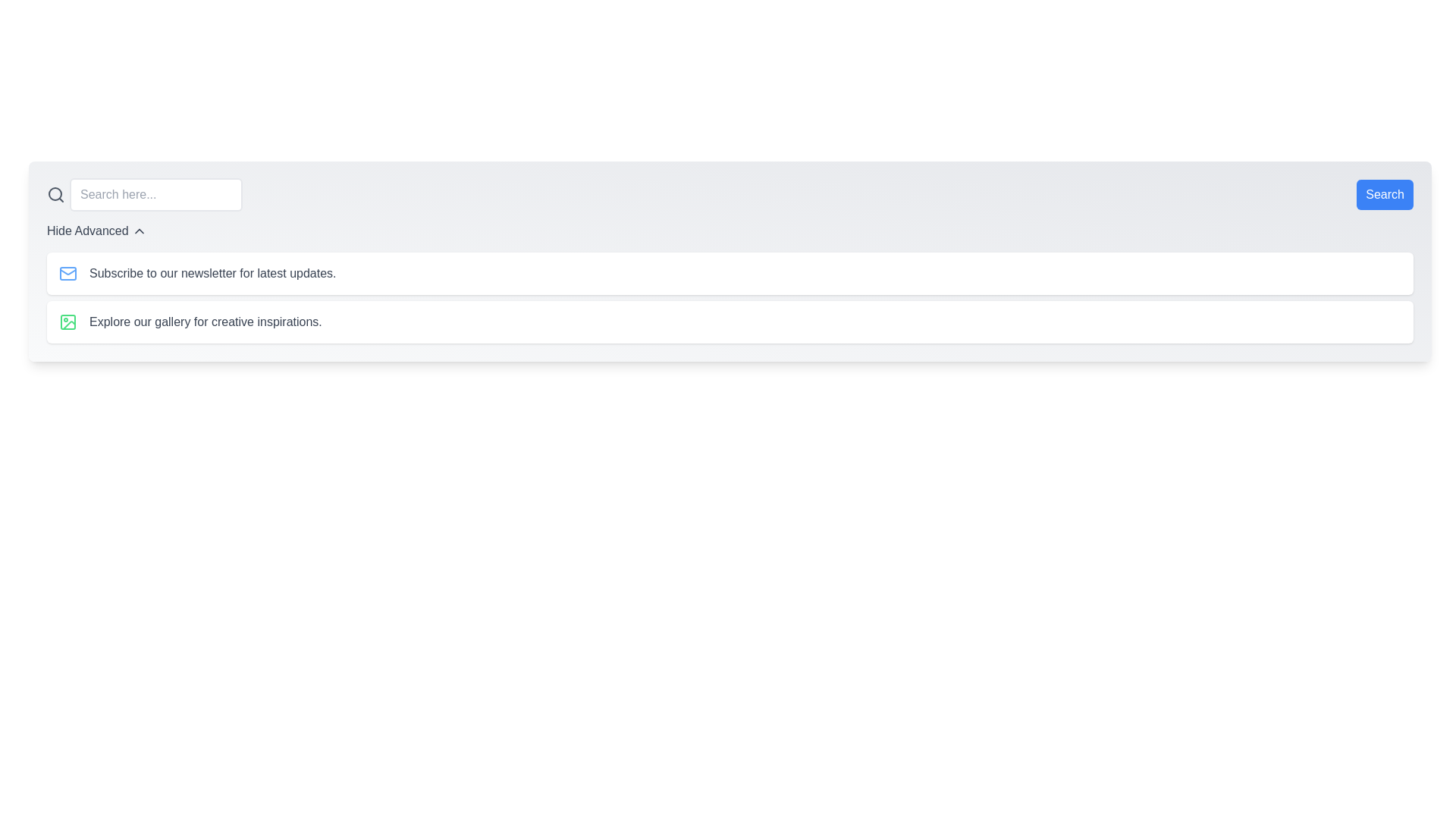  What do you see at coordinates (212, 274) in the screenshot?
I see `the static text reading 'Subscribe to our newsletter for latest updates.' which is styled in gray and is centrally placed within a white box with rounded corners` at bounding box center [212, 274].